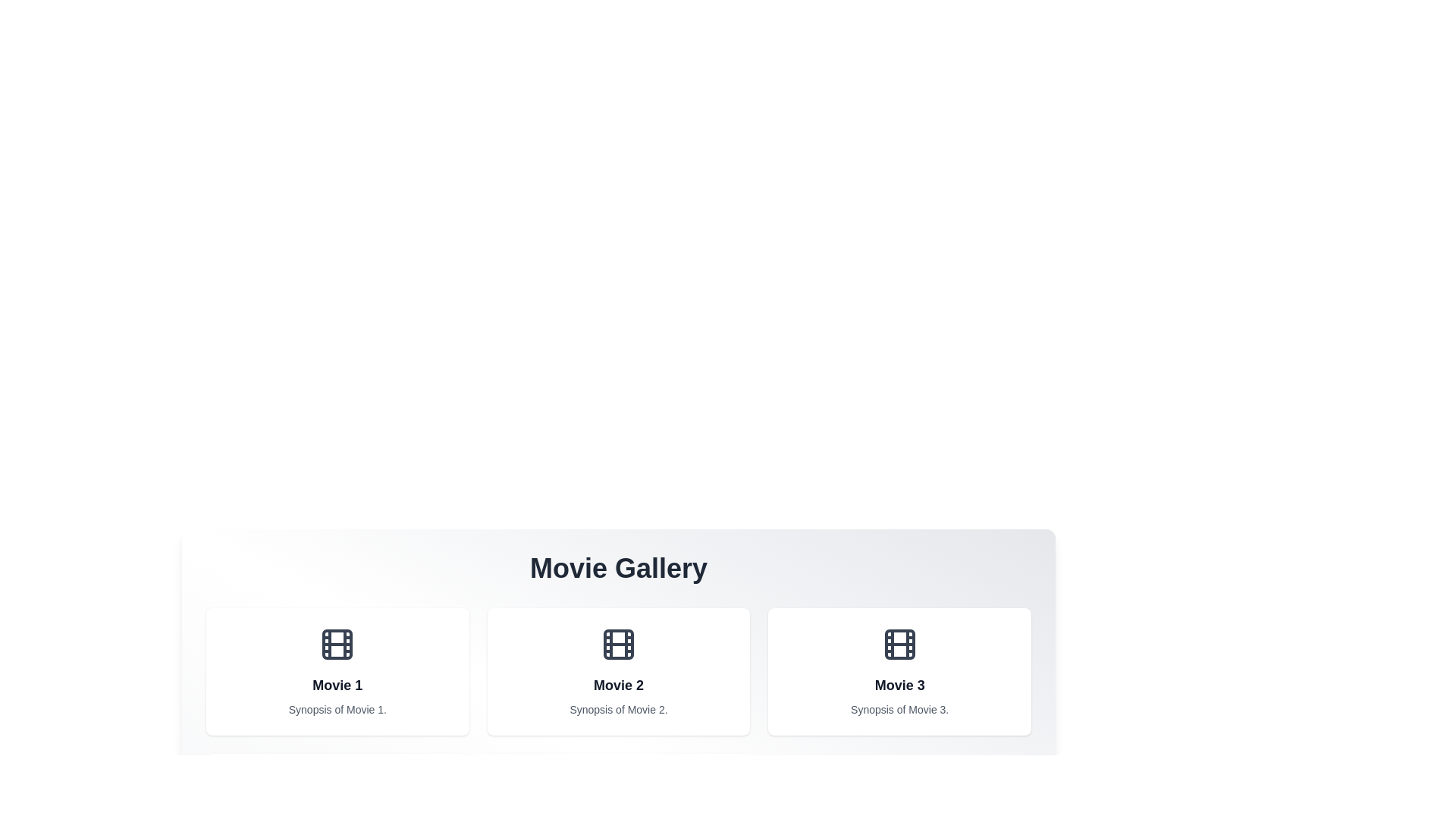 Image resolution: width=1456 pixels, height=819 pixels. Describe the element at coordinates (337, 644) in the screenshot. I see `the movie film icon styled with a grid pattern, which is positioned at the top center of the card displaying information about 'Movie 1'` at that location.